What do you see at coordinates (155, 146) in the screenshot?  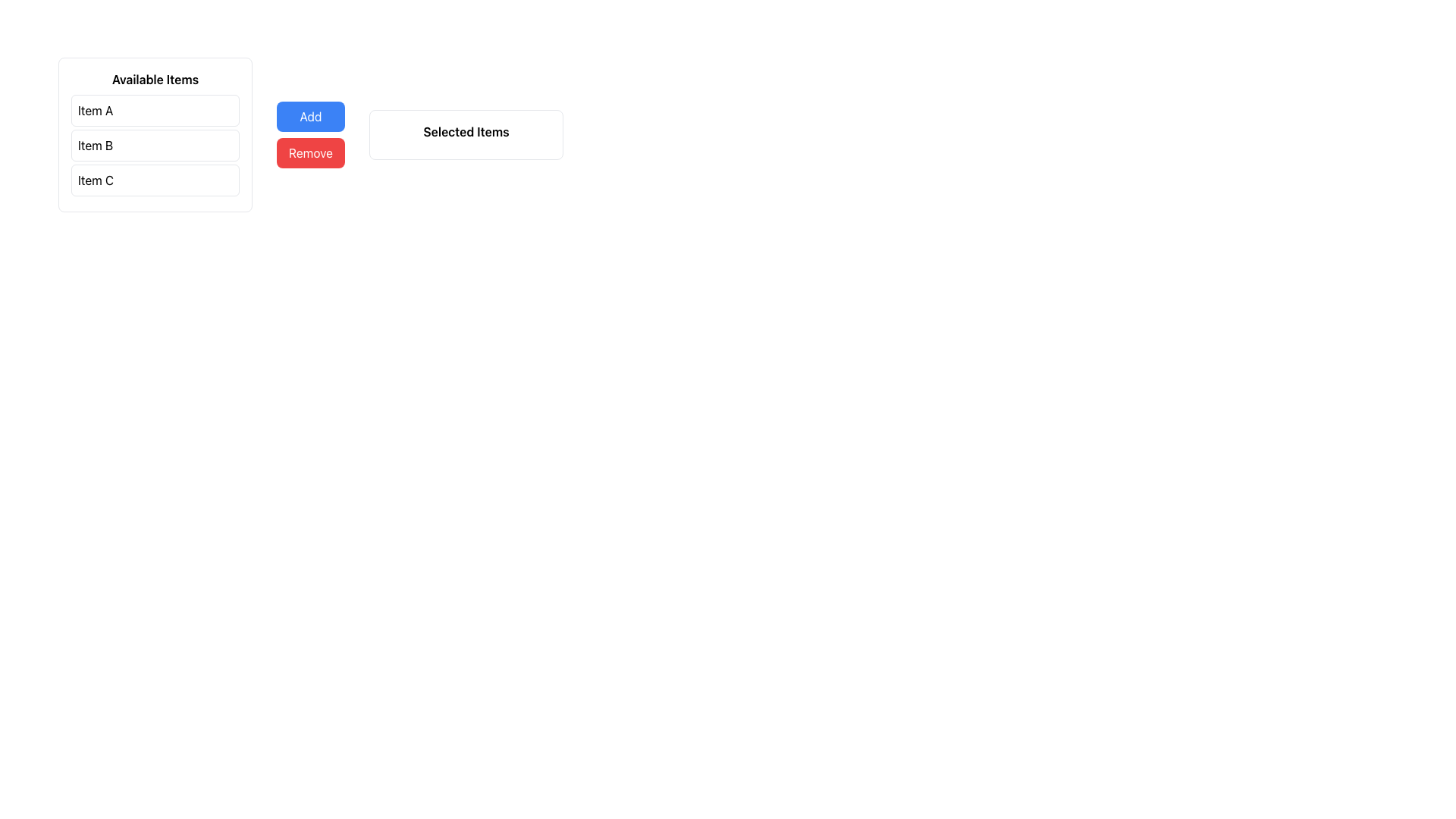 I see `the second item in the 'Available Items' list, labeled 'Item B'` at bounding box center [155, 146].